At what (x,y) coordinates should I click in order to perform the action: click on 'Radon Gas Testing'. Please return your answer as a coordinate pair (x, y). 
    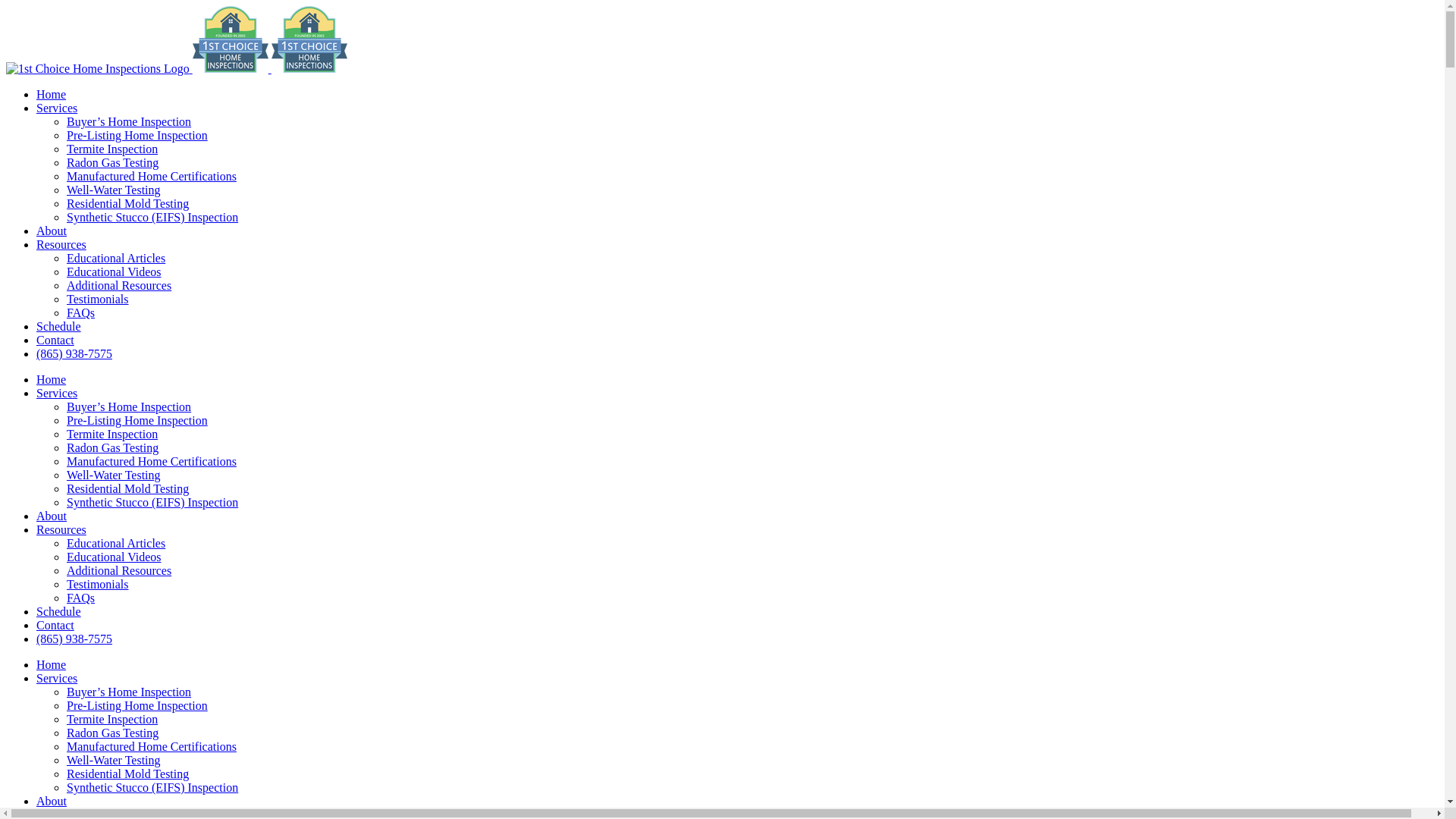
    Looking at the image, I should click on (65, 732).